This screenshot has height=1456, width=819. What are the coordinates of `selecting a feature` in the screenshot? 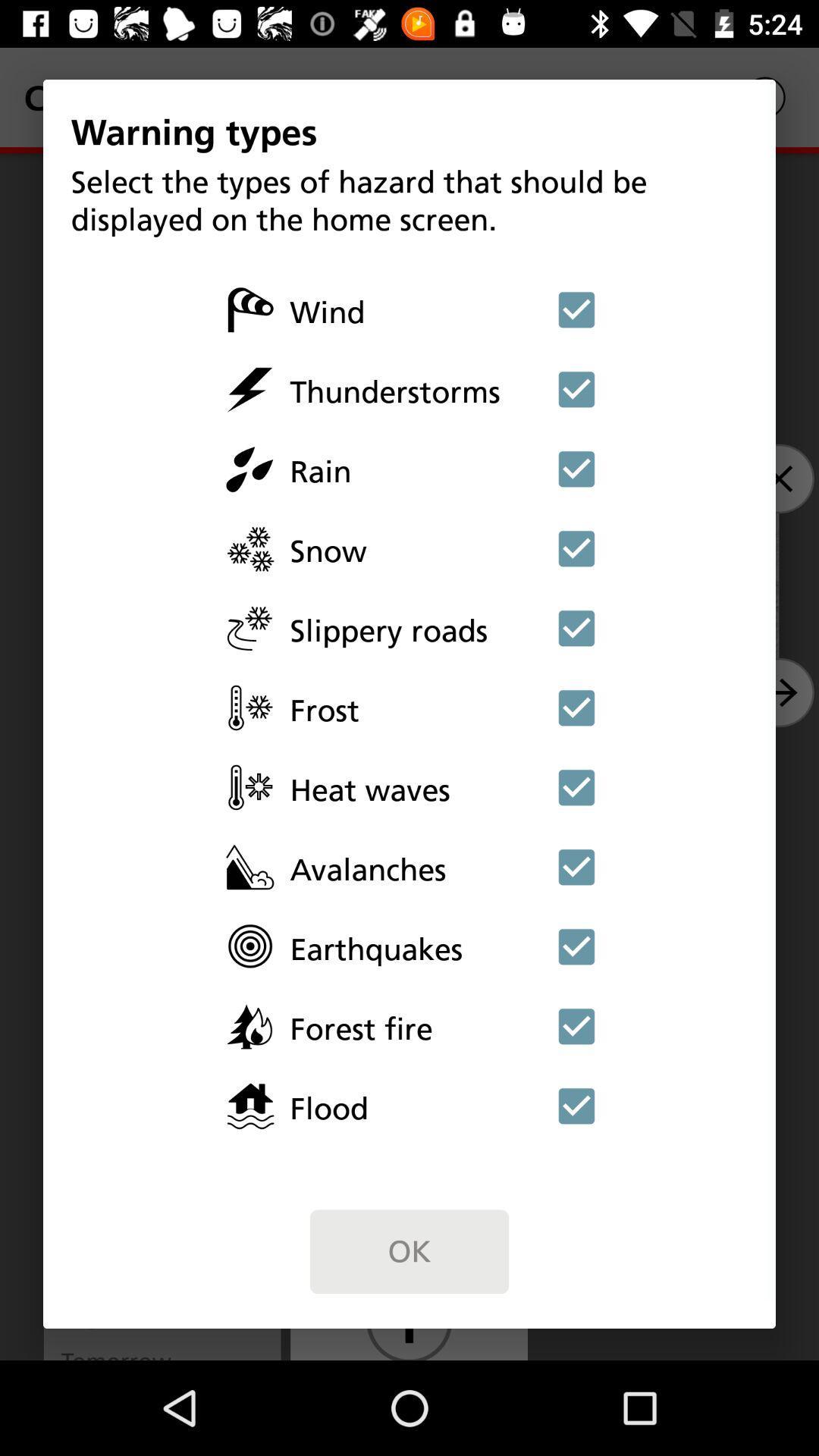 It's located at (576, 707).